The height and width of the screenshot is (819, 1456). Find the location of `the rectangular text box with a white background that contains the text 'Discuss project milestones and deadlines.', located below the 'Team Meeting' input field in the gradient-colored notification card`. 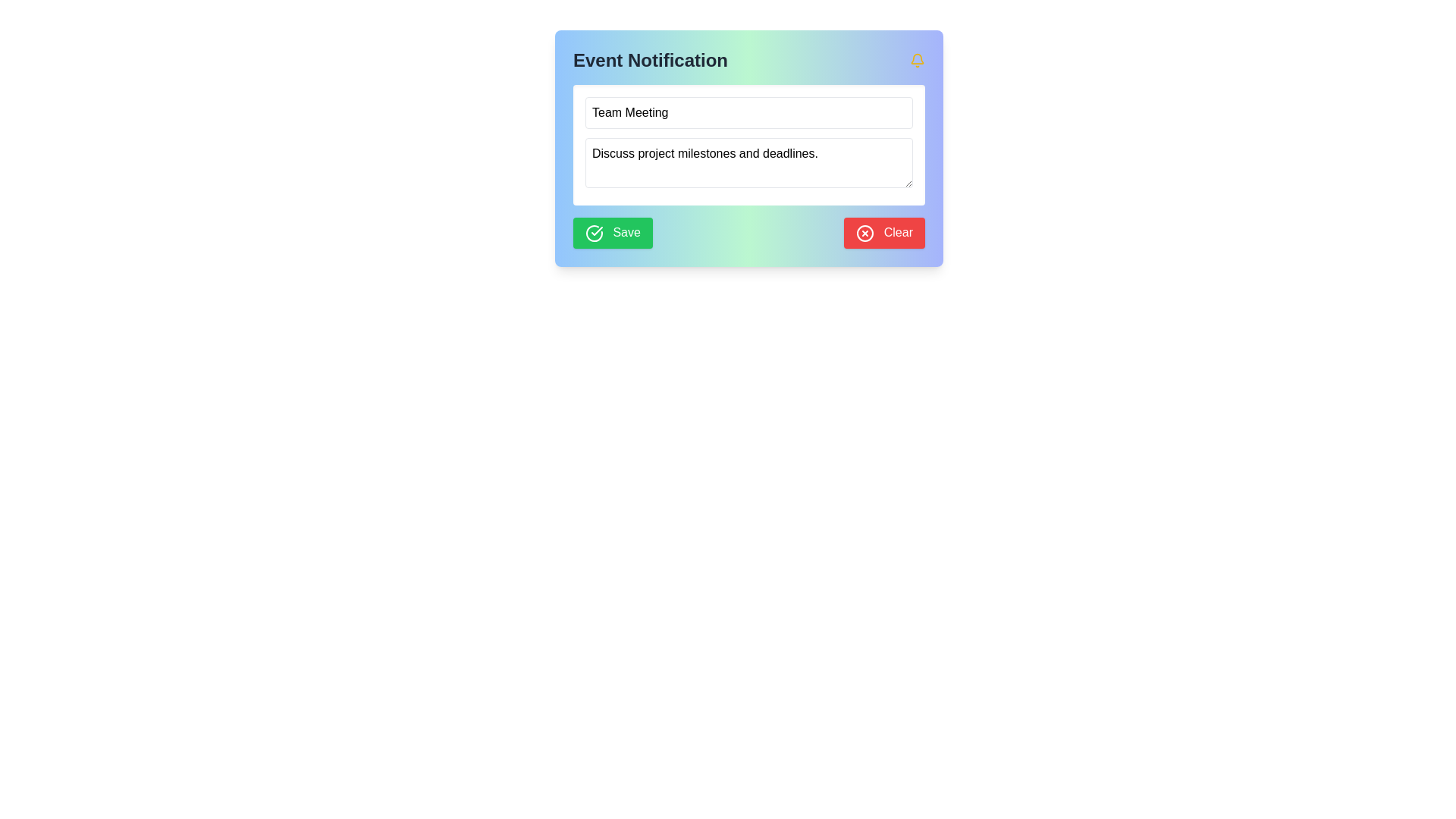

the rectangular text box with a white background that contains the text 'Discuss project milestones and deadlines.', located below the 'Team Meeting' input field in the gradient-colored notification card is located at coordinates (749, 145).